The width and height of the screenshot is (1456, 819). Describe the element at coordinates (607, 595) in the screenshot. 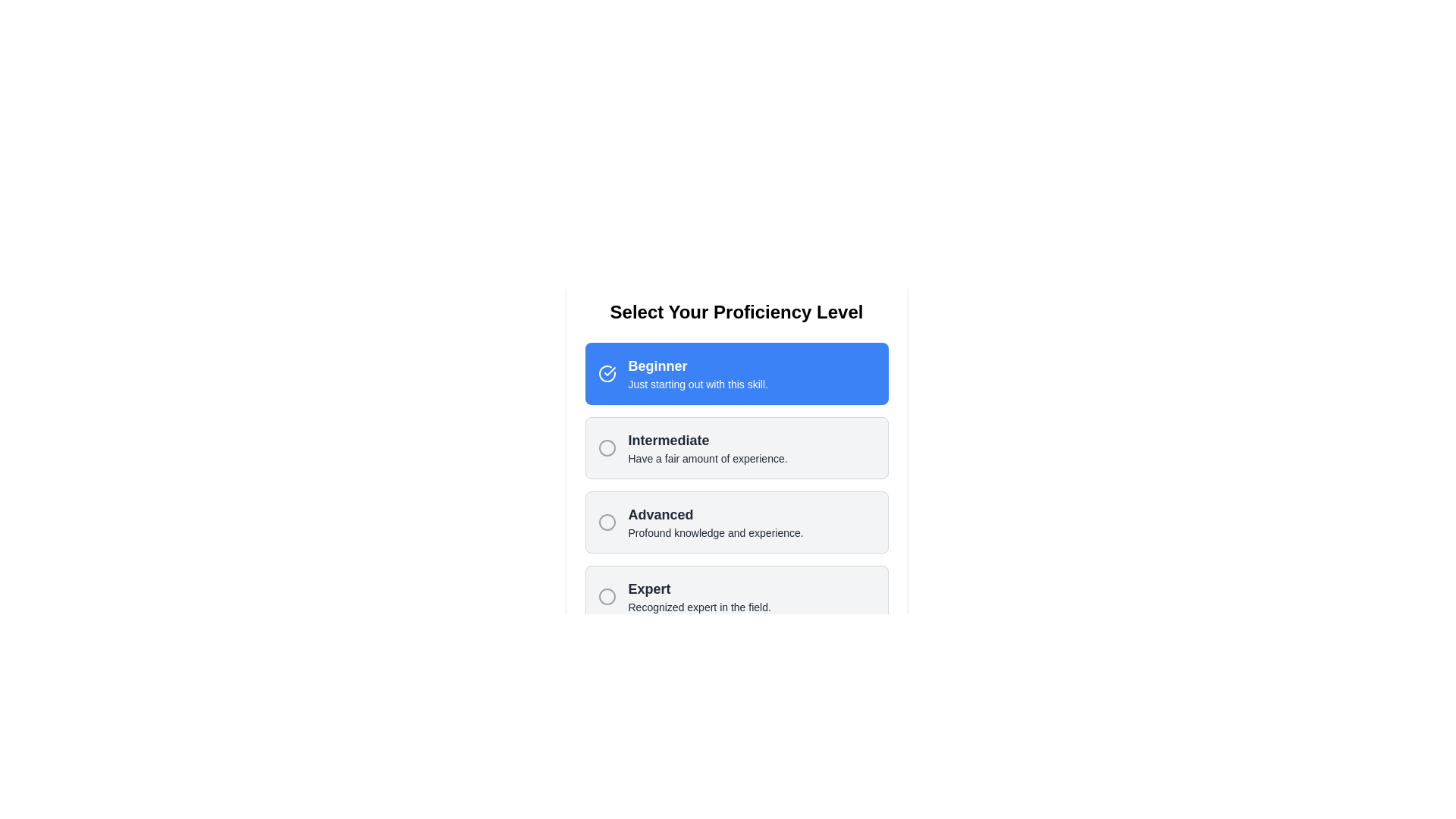

I see `the circular SVG element representing the user's choice in the 'Expert' proficiency level selection interface` at that location.